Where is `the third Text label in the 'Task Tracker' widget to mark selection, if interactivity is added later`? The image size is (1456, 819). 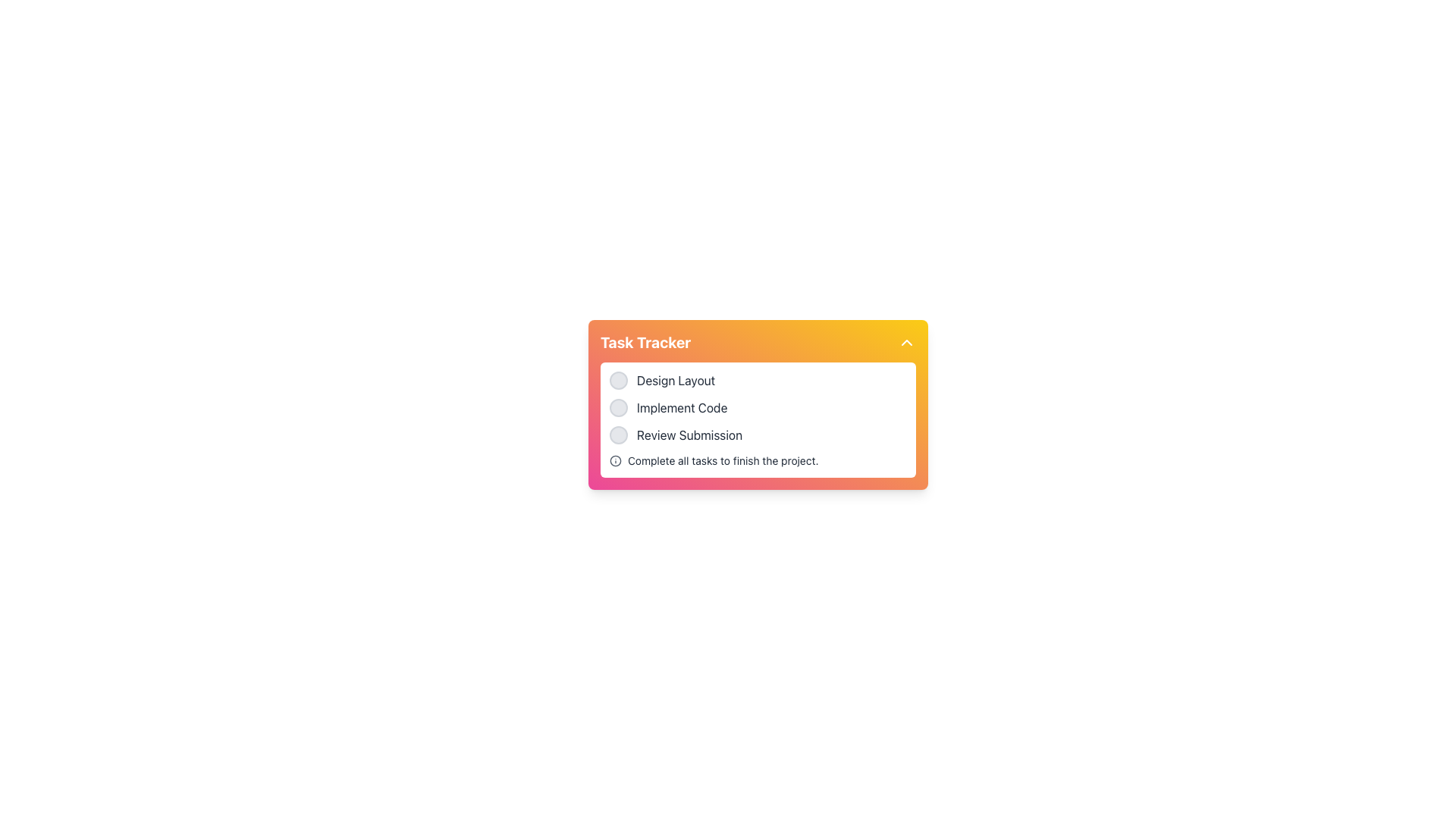 the third Text label in the 'Task Tracker' widget to mark selection, if interactivity is added later is located at coordinates (689, 435).